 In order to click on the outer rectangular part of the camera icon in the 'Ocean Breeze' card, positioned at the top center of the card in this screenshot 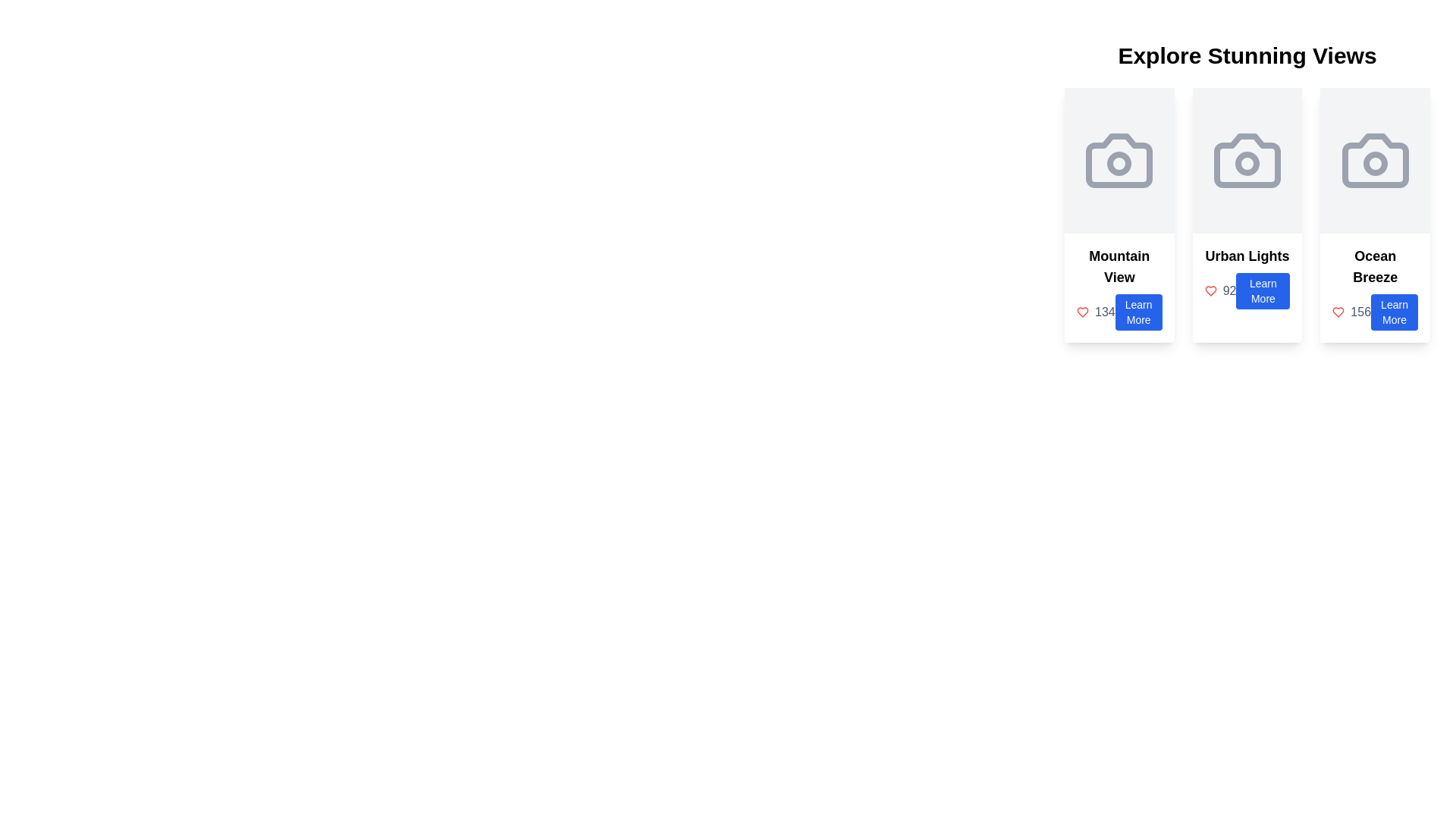, I will do `click(1375, 161)`.